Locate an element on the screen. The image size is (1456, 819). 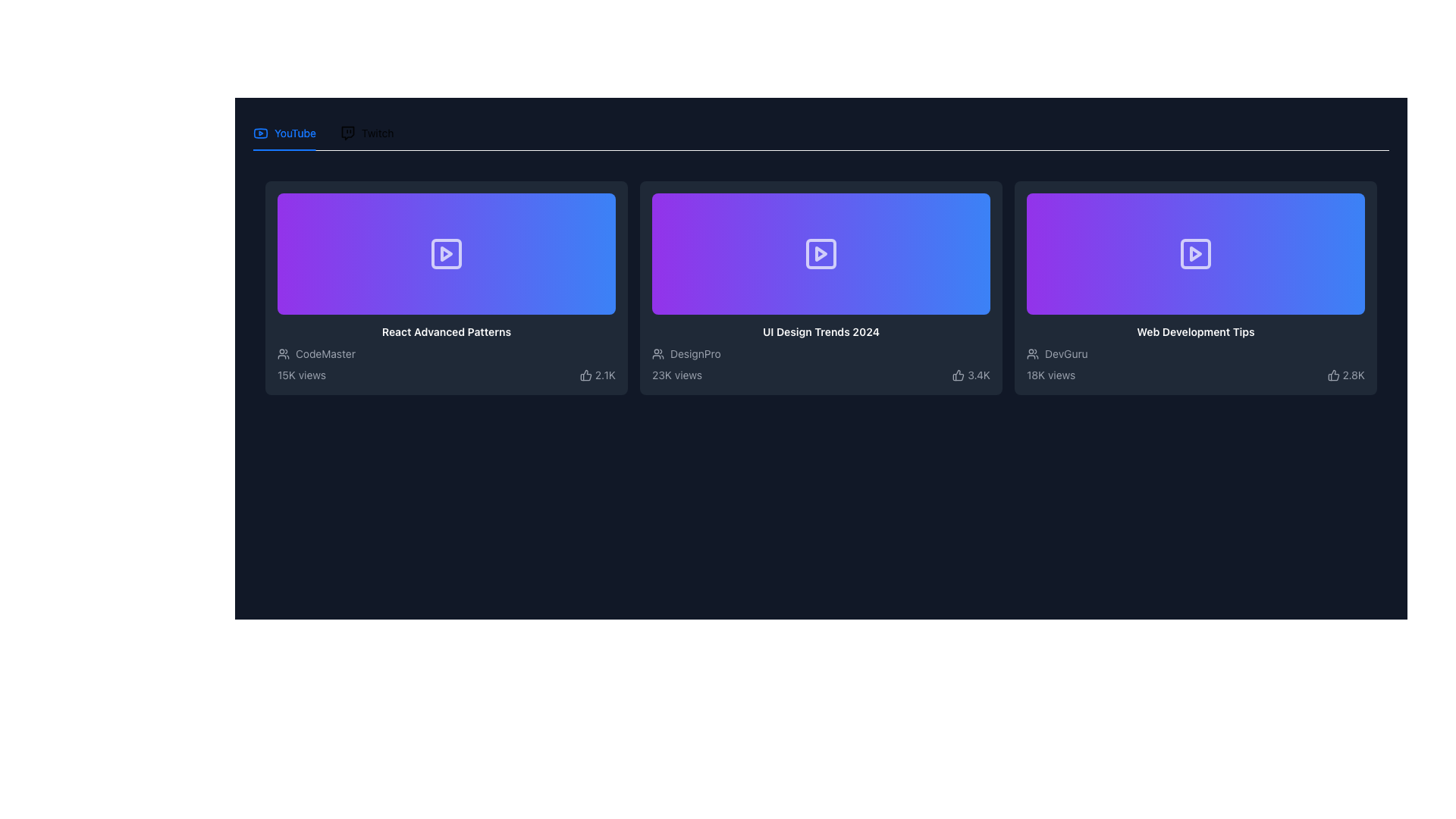
title of the video, which is represented by the text label located at the lower part of the rectangular card, directly below the thumbnail with a play icon is located at coordinates (1195, 331).